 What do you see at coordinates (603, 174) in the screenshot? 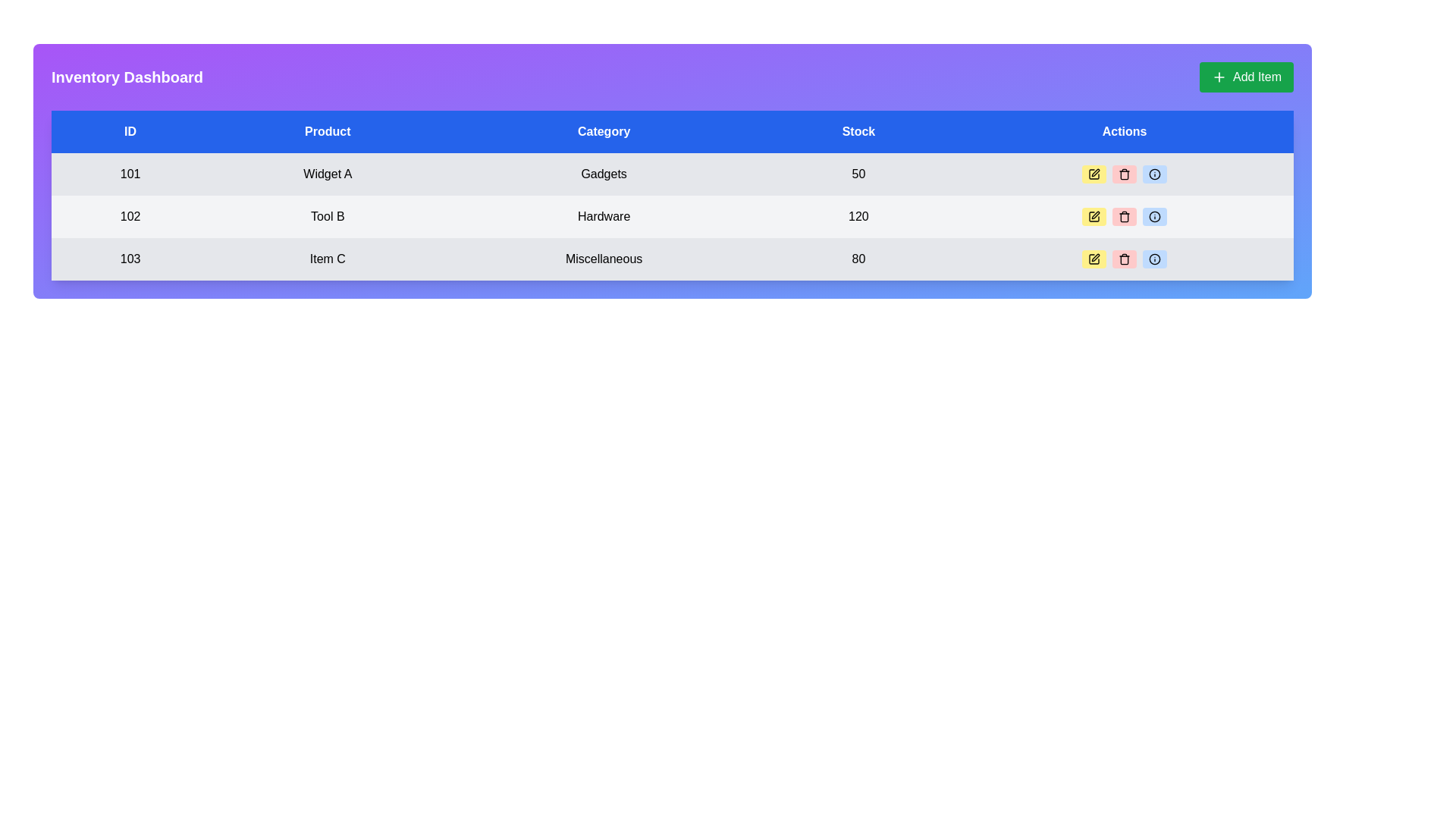
I see `the table cell that contains the text 'Gadgets', located under the 'Category' column in the first row of the data table` at bounding box center [603, 174].